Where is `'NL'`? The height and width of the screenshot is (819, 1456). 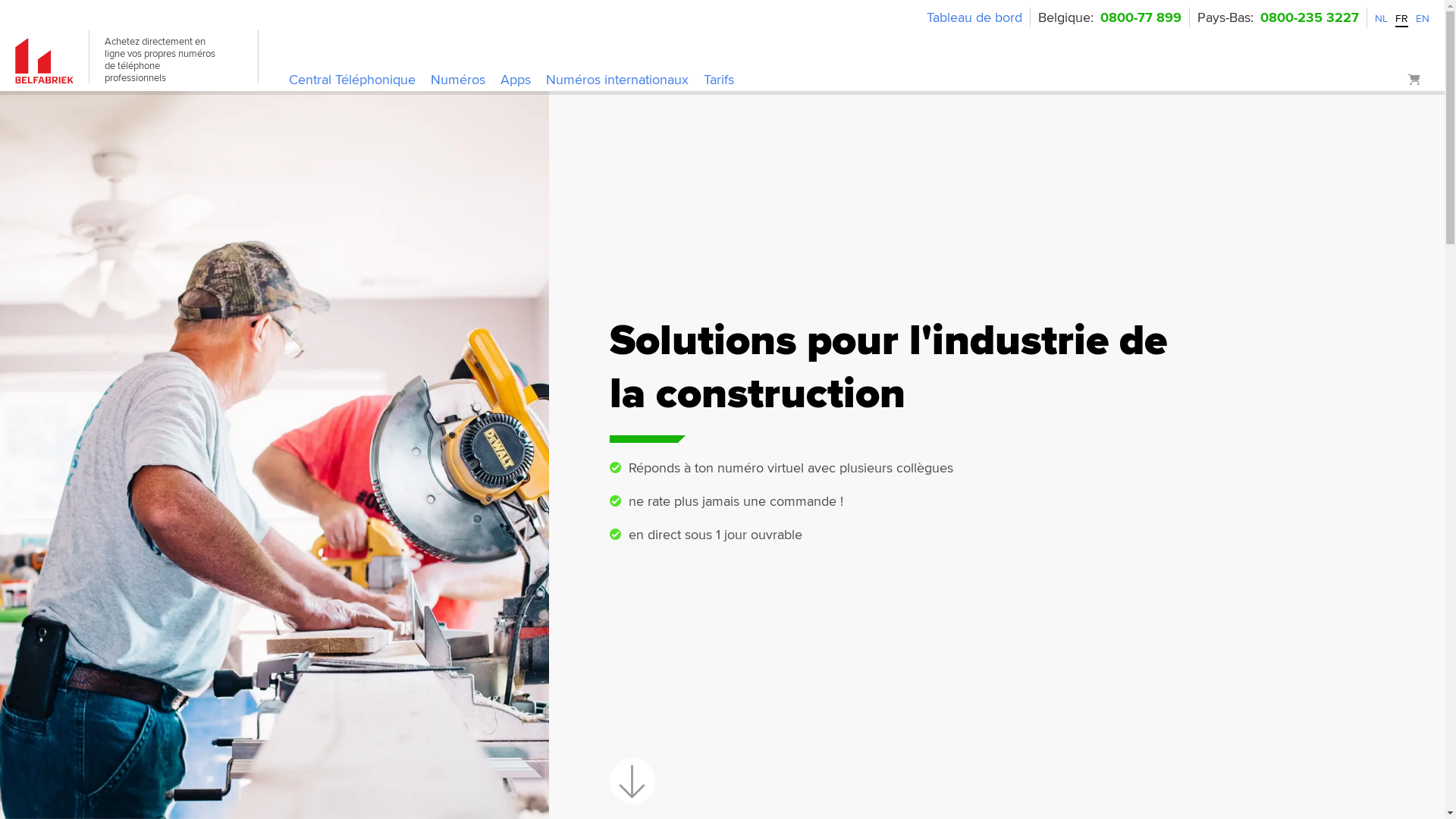 'NL' is located at coordinates (1381, 18).